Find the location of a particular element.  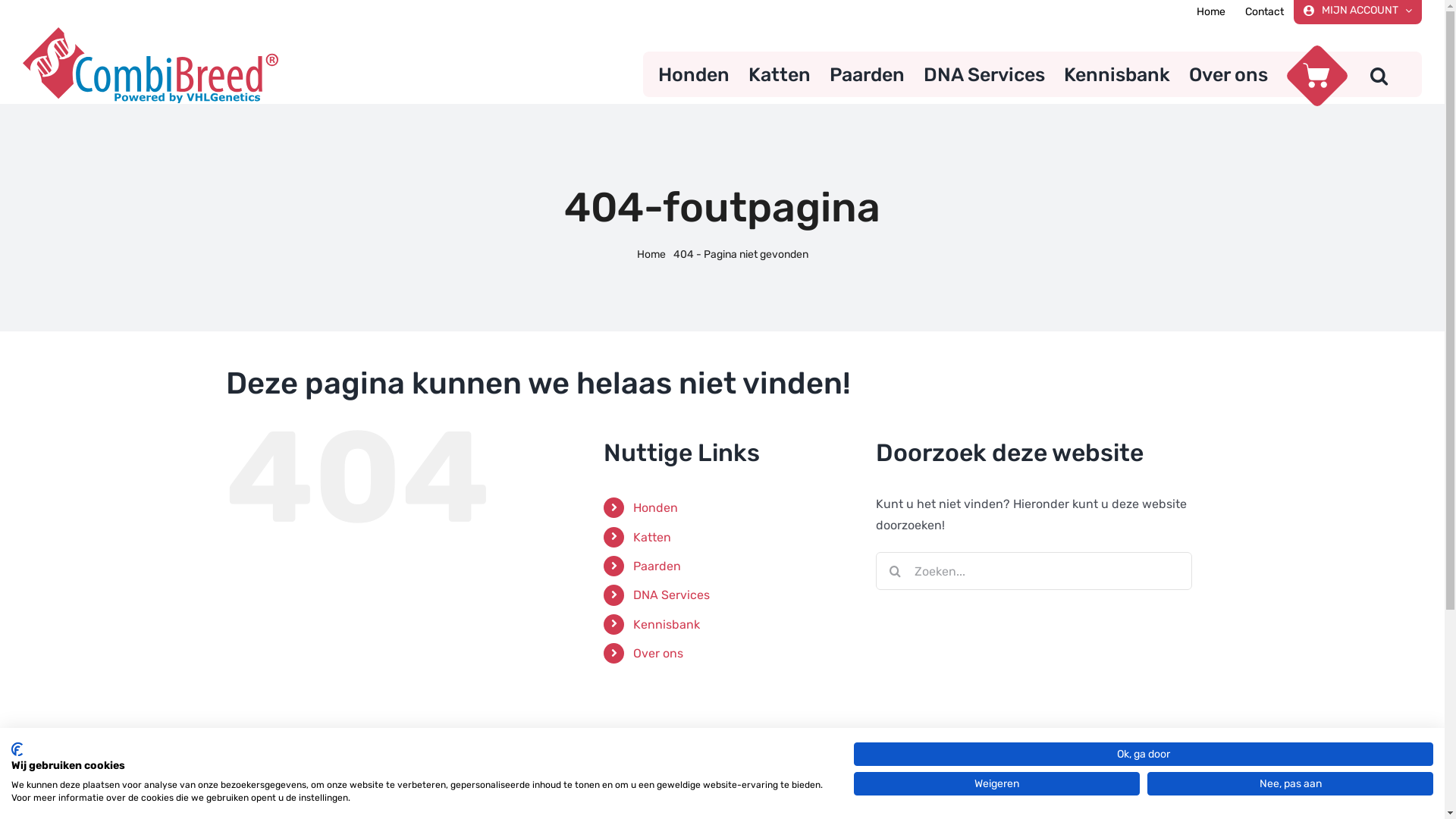

'Home' is located at coordinates (1185, 11).